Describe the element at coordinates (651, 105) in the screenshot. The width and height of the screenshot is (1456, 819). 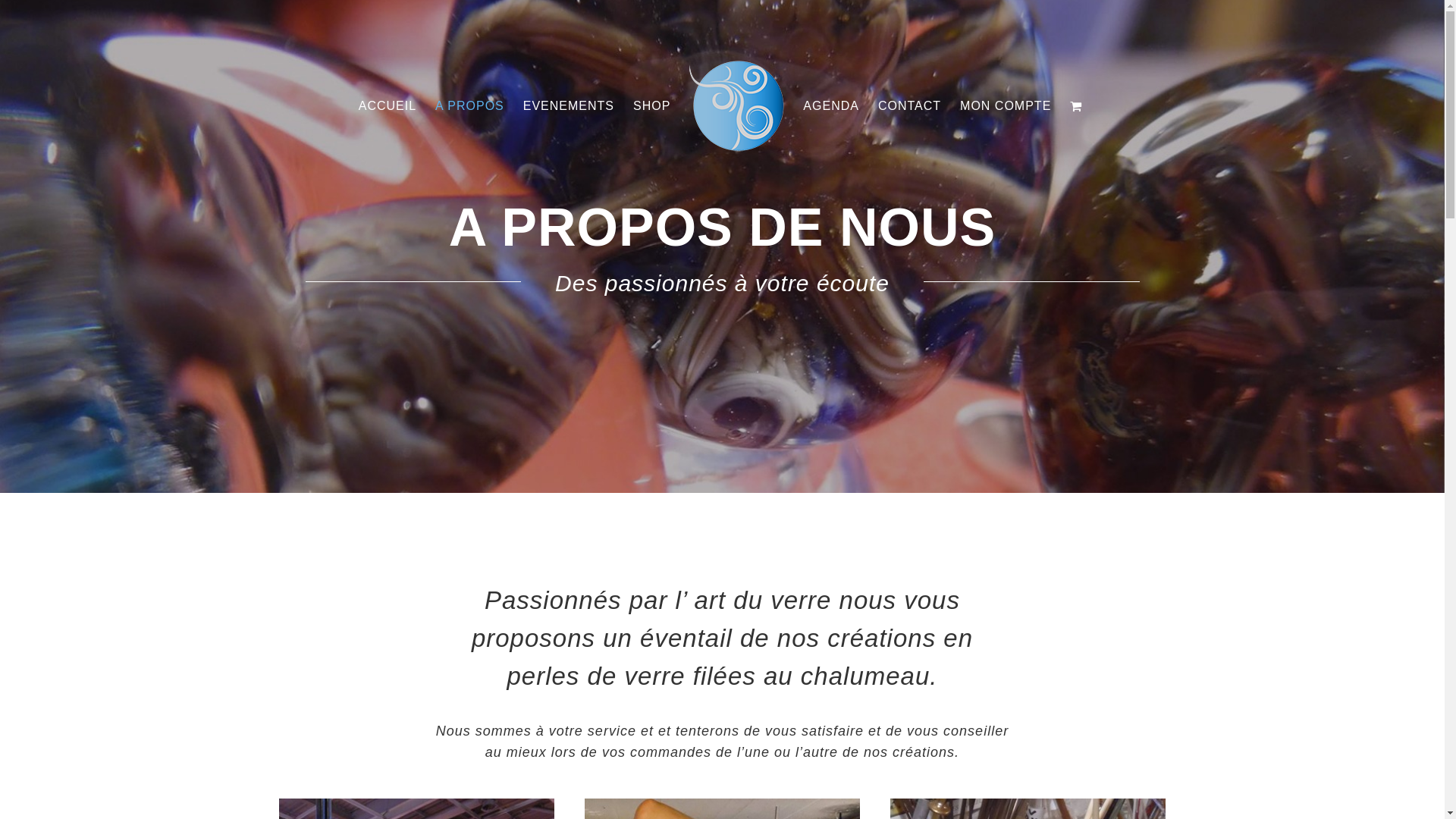
I see `'SHOP'` at that location.